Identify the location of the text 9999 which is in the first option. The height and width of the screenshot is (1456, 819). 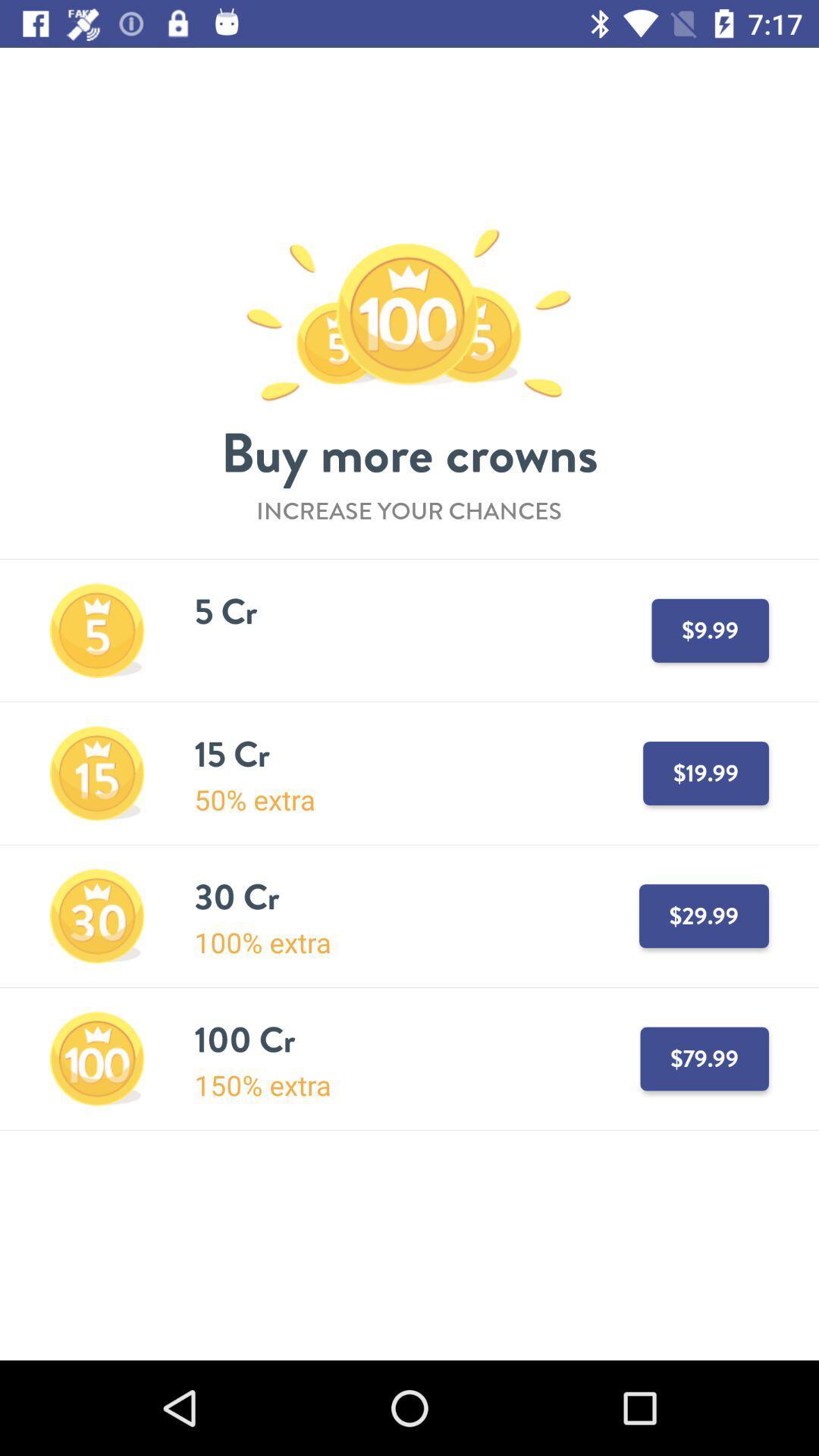
(711, 630).